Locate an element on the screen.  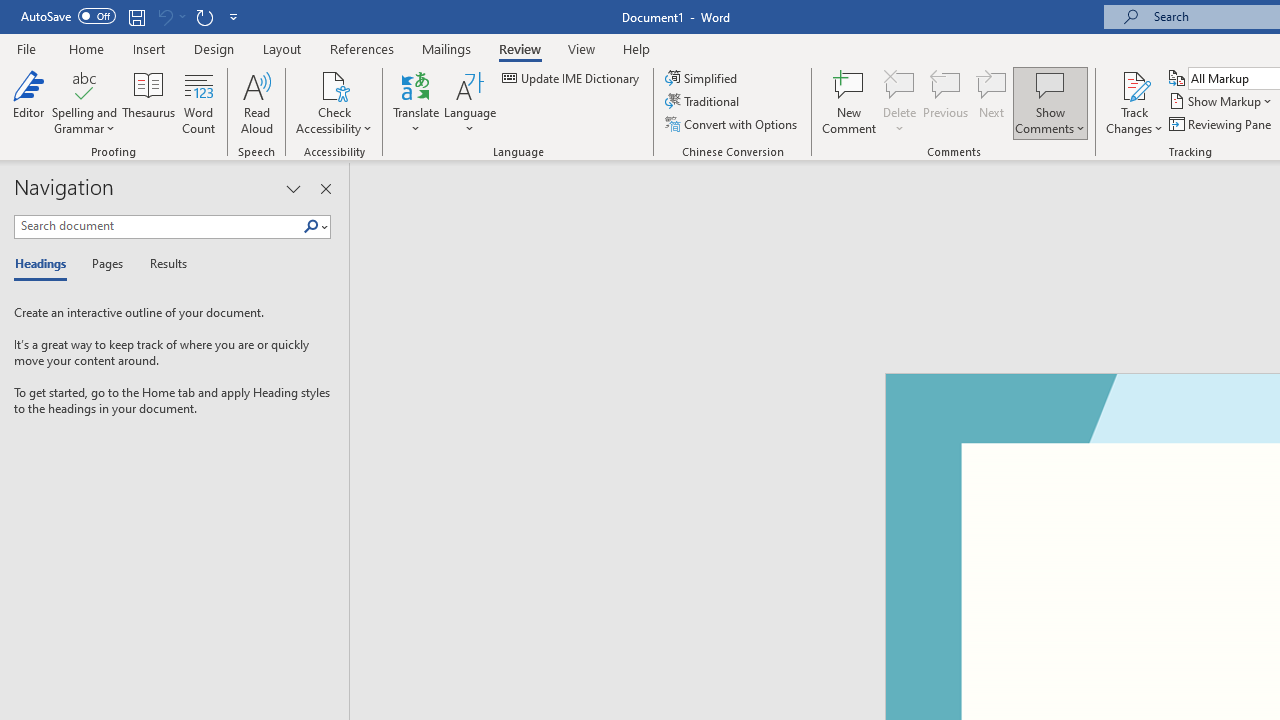
'Word Count' is located at coordinates (199, 103).